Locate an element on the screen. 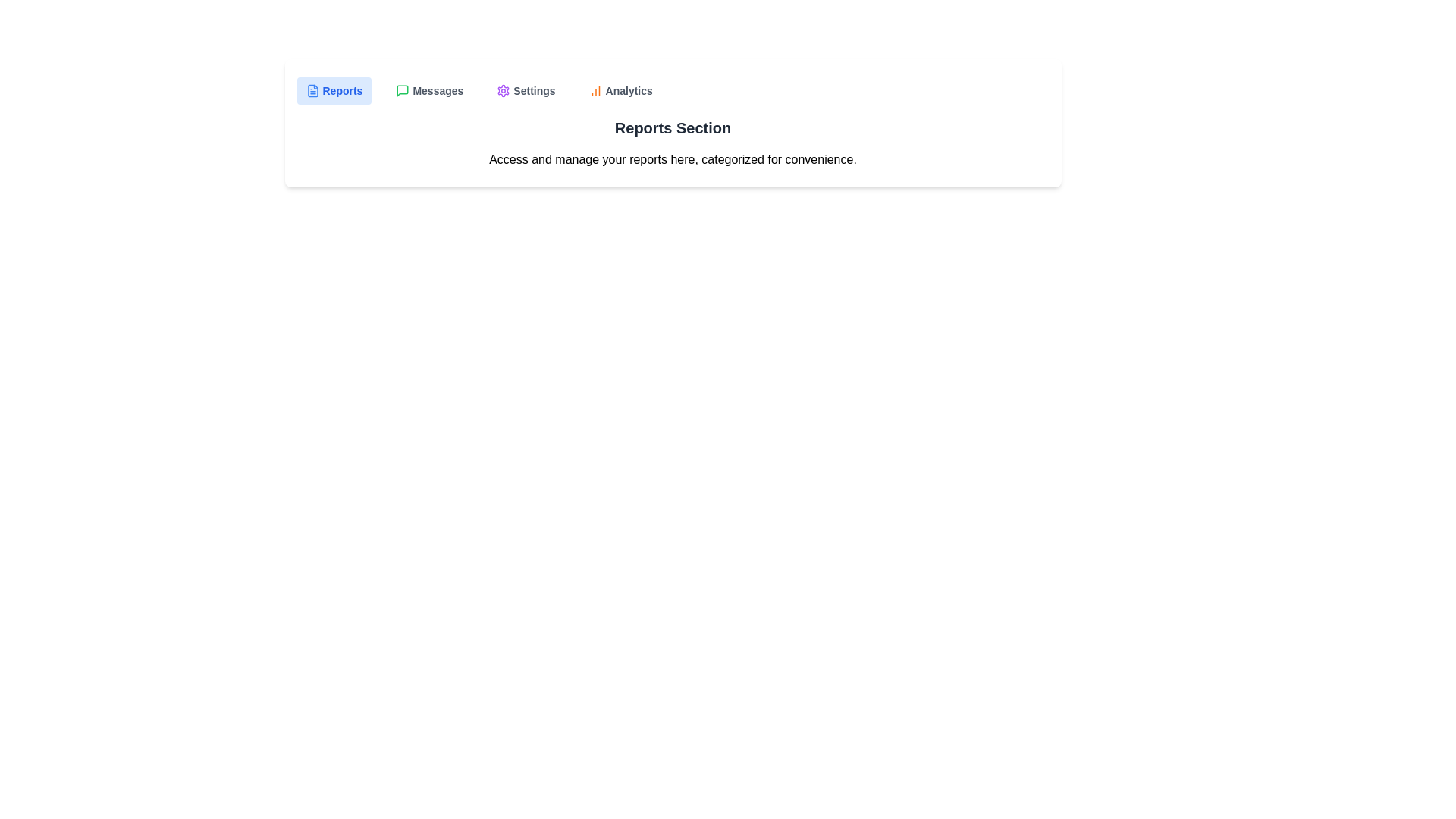  the chat bubble icon with a green outline located in the navigation bar is located at coordinates (403, 90).